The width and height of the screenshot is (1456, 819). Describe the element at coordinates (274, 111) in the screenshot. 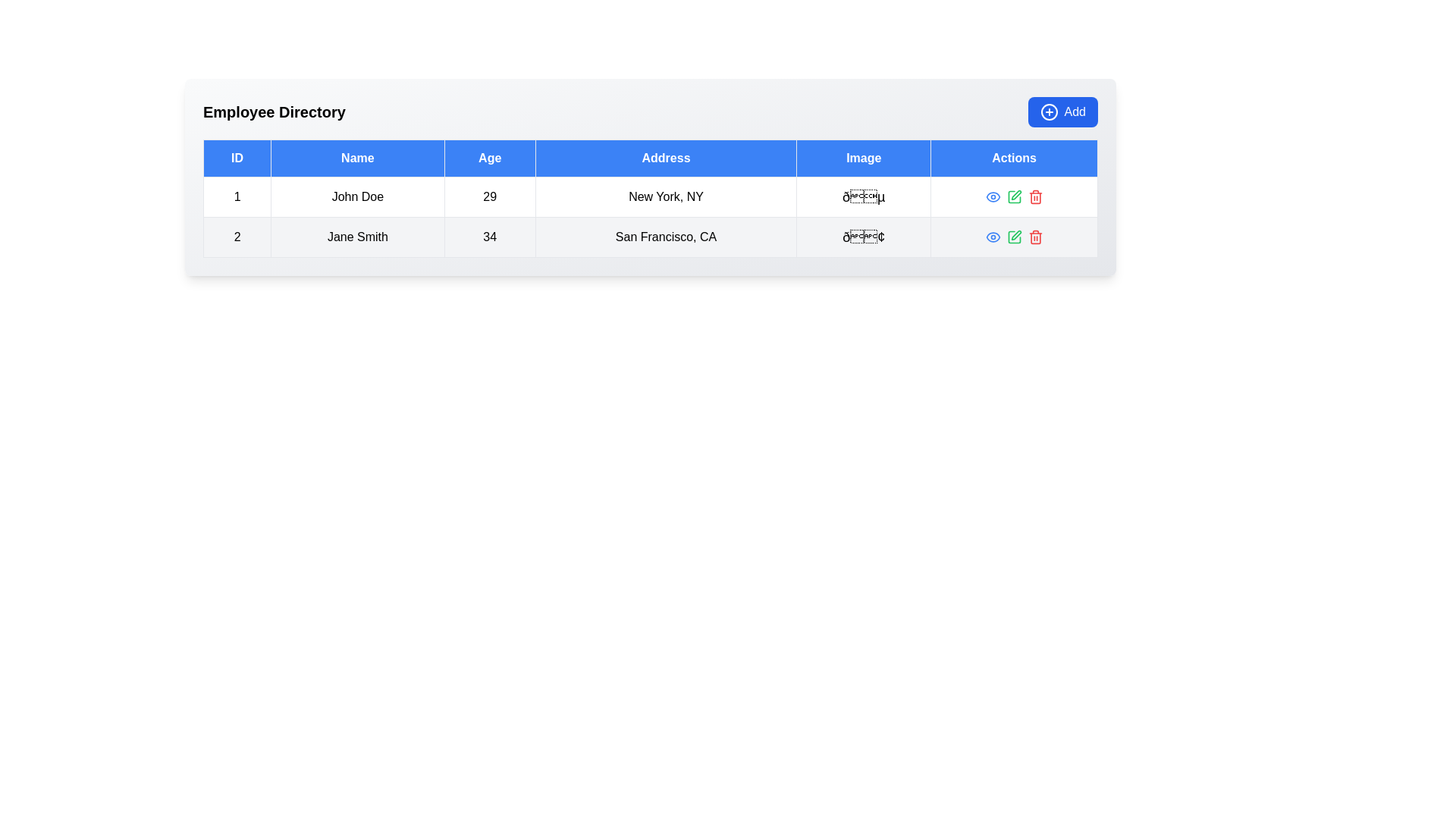

I see `the bold text label reading 'Employee Directory' at the top left of the interface` at that location.